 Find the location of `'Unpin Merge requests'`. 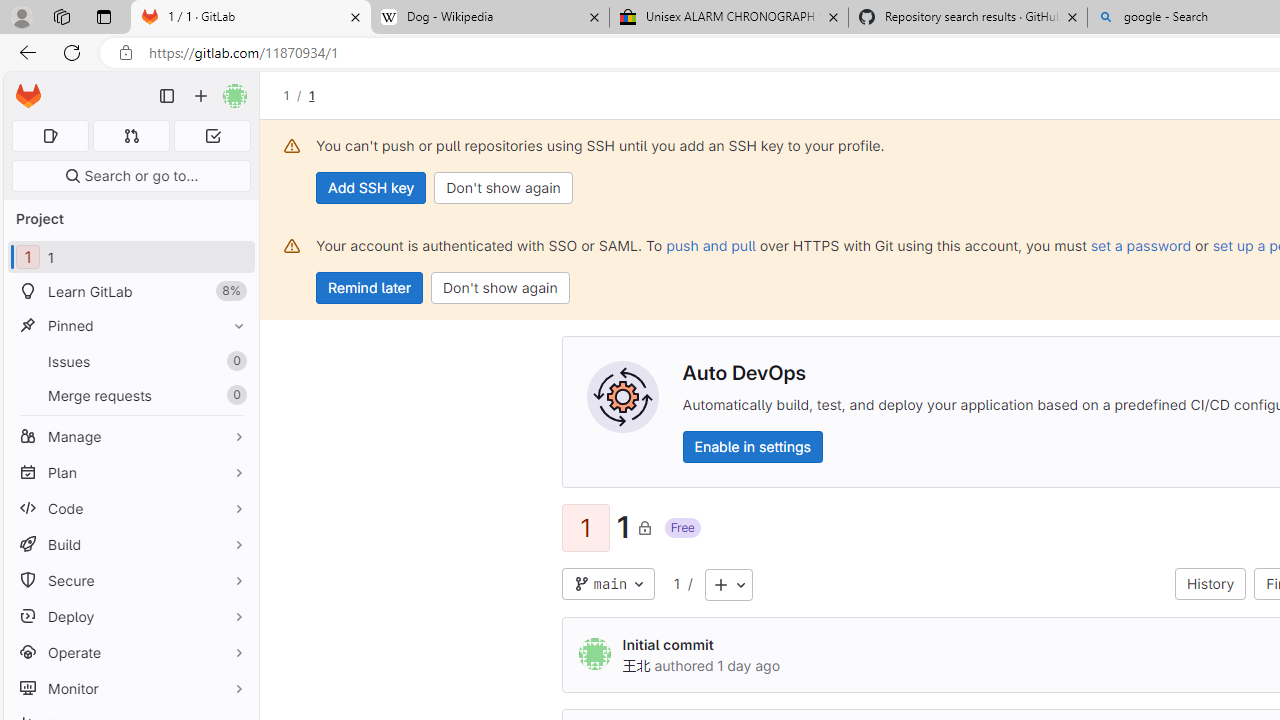

'Unpin Merge requests' is located at coordinates (234, 395).